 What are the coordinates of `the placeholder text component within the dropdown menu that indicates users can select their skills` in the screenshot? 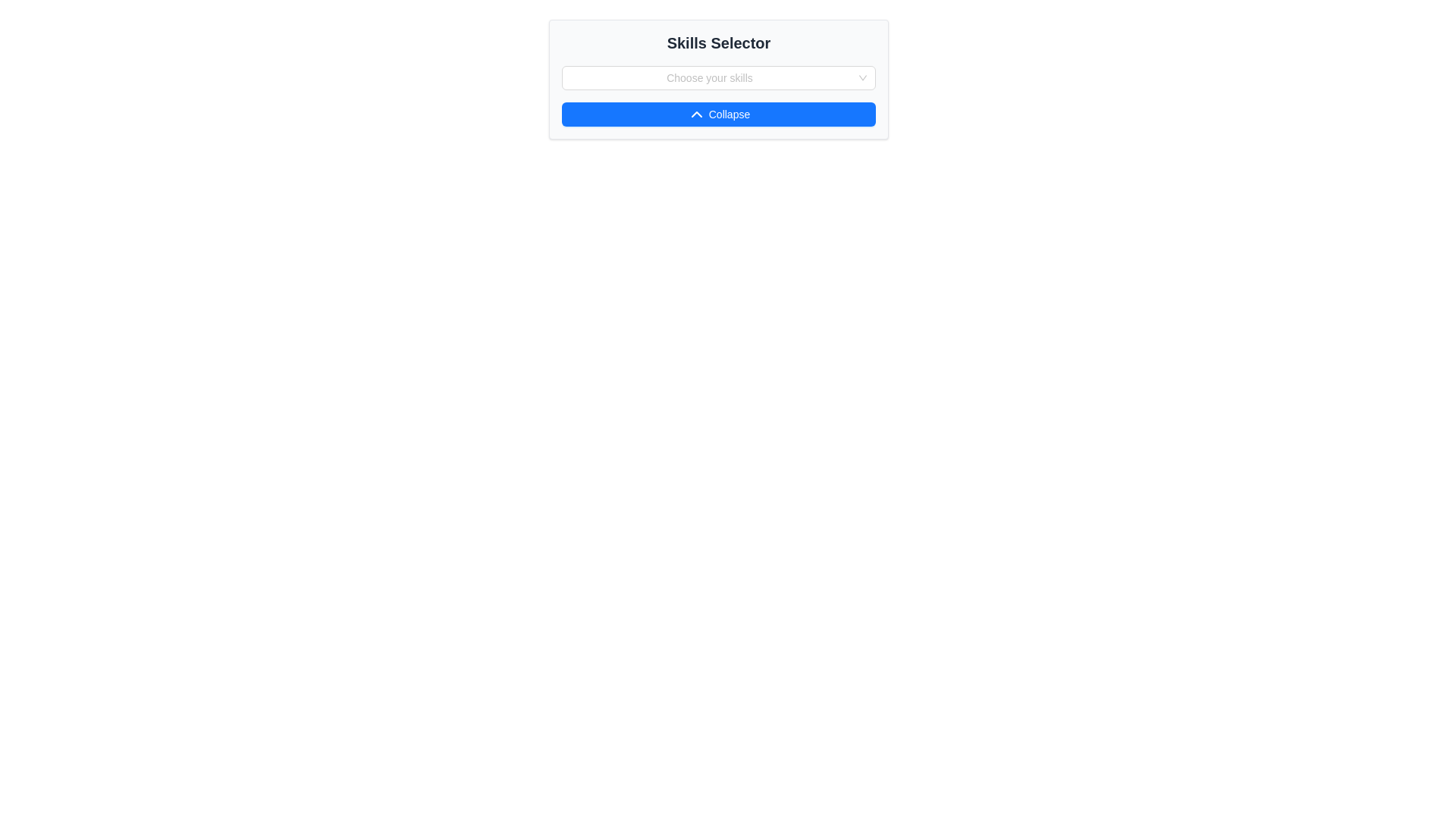 It's located at (709, 78).